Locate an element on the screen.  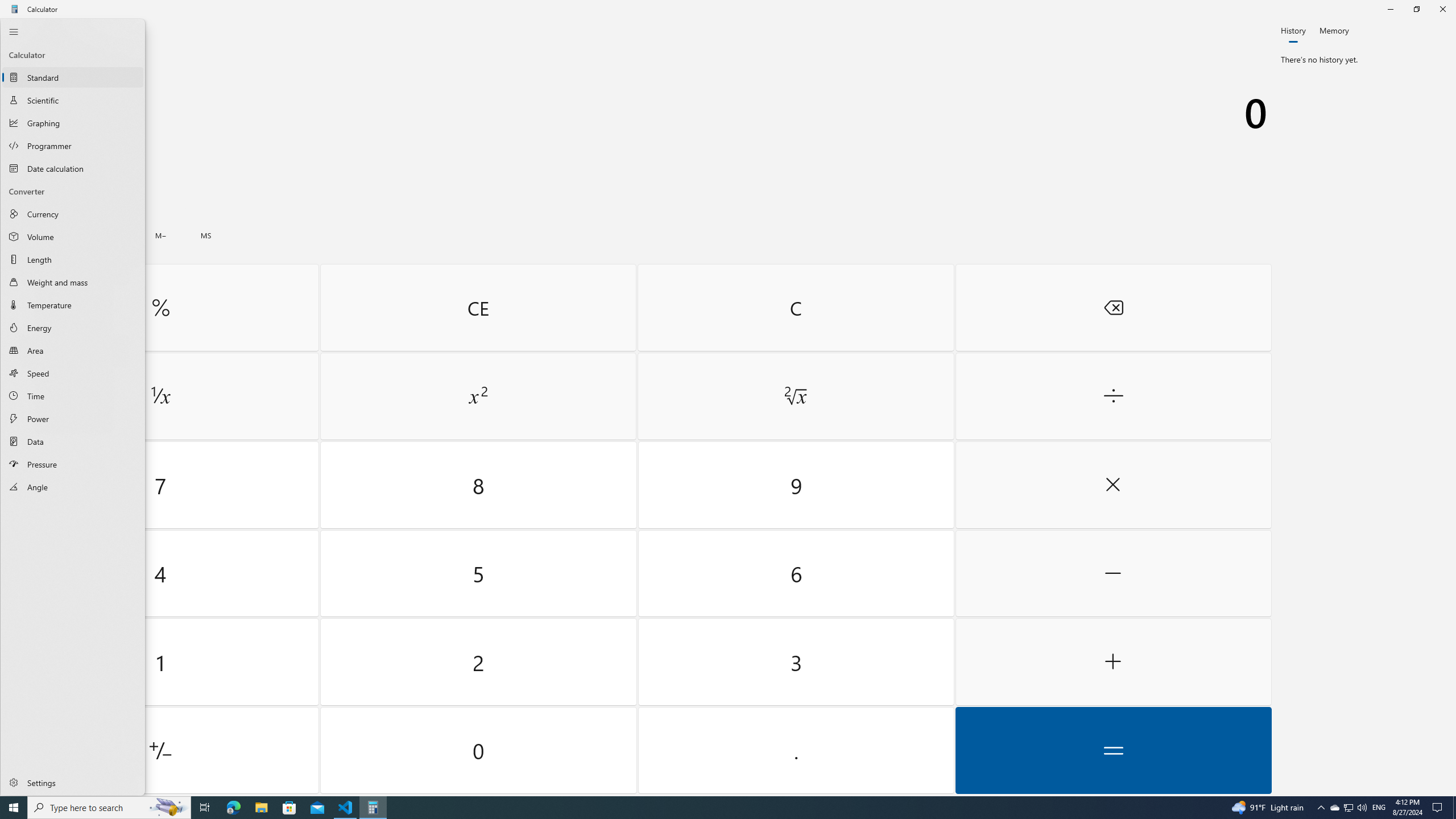
'Memory subtract' is located at coordinates (160, 235).